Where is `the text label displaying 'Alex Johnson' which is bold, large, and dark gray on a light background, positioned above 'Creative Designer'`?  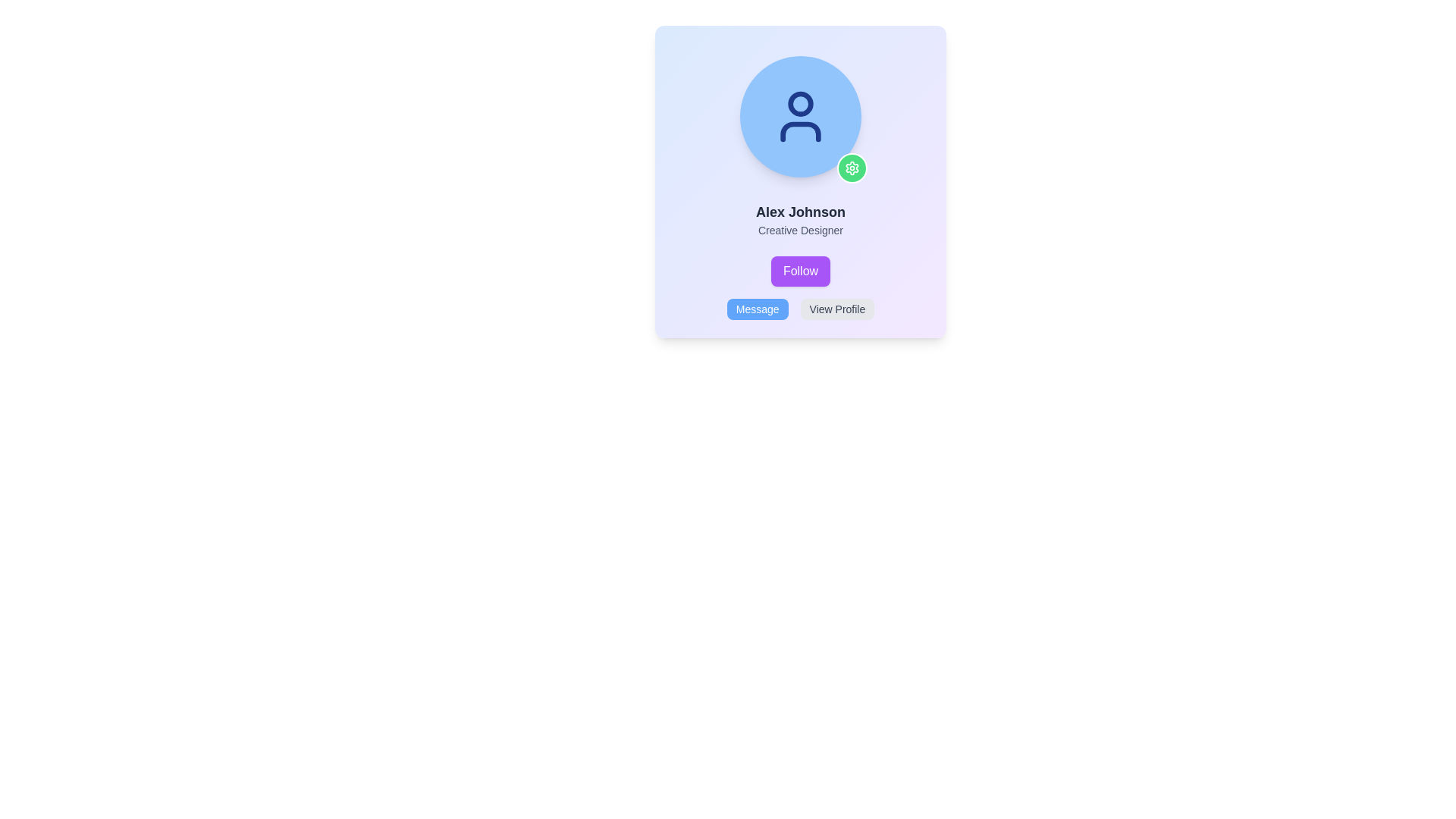 the text label displaying 'Alex Johnson' which is bold, large, and dark gray on a light background, positioned above 'Creative Designer' is located at coordinates (800, 212).